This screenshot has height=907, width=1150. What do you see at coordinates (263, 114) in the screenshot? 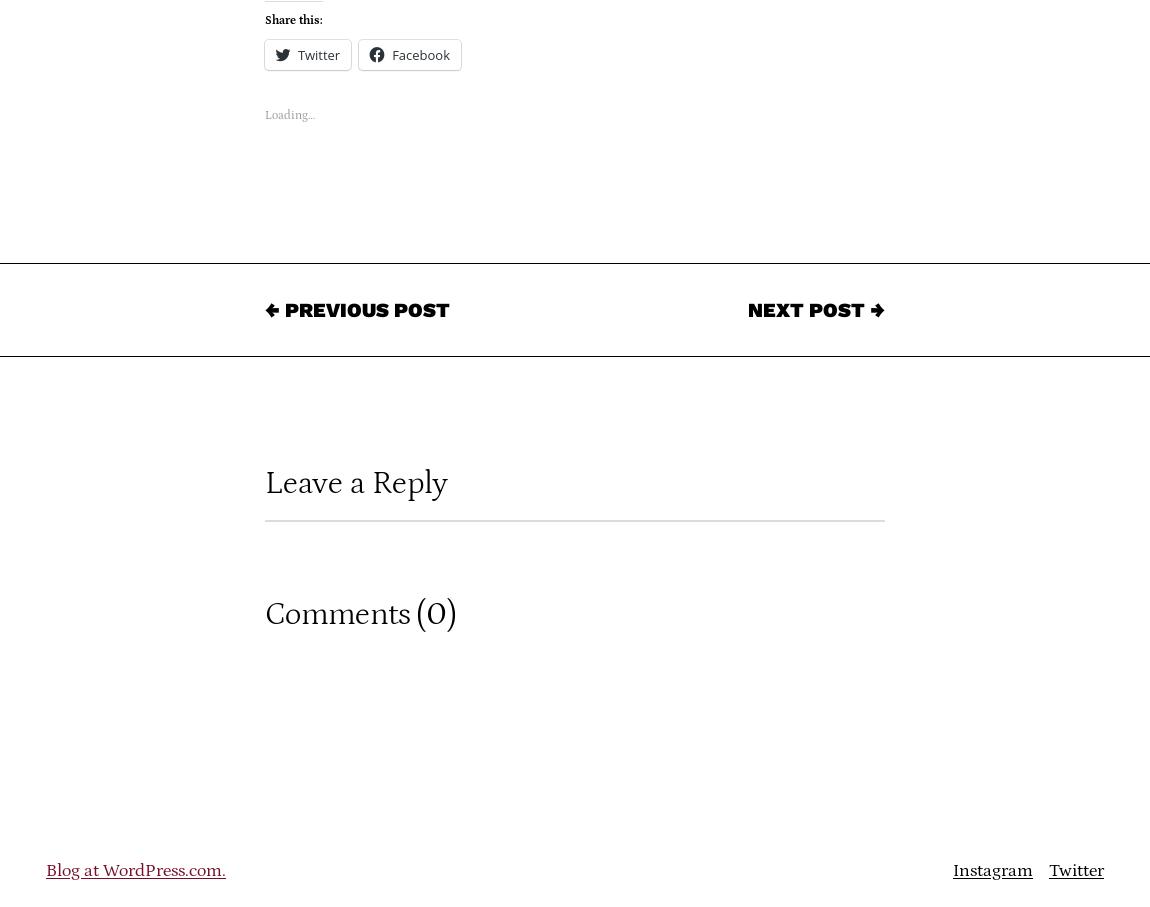
I see `'Loading…'` at bounding box center [263, 114].